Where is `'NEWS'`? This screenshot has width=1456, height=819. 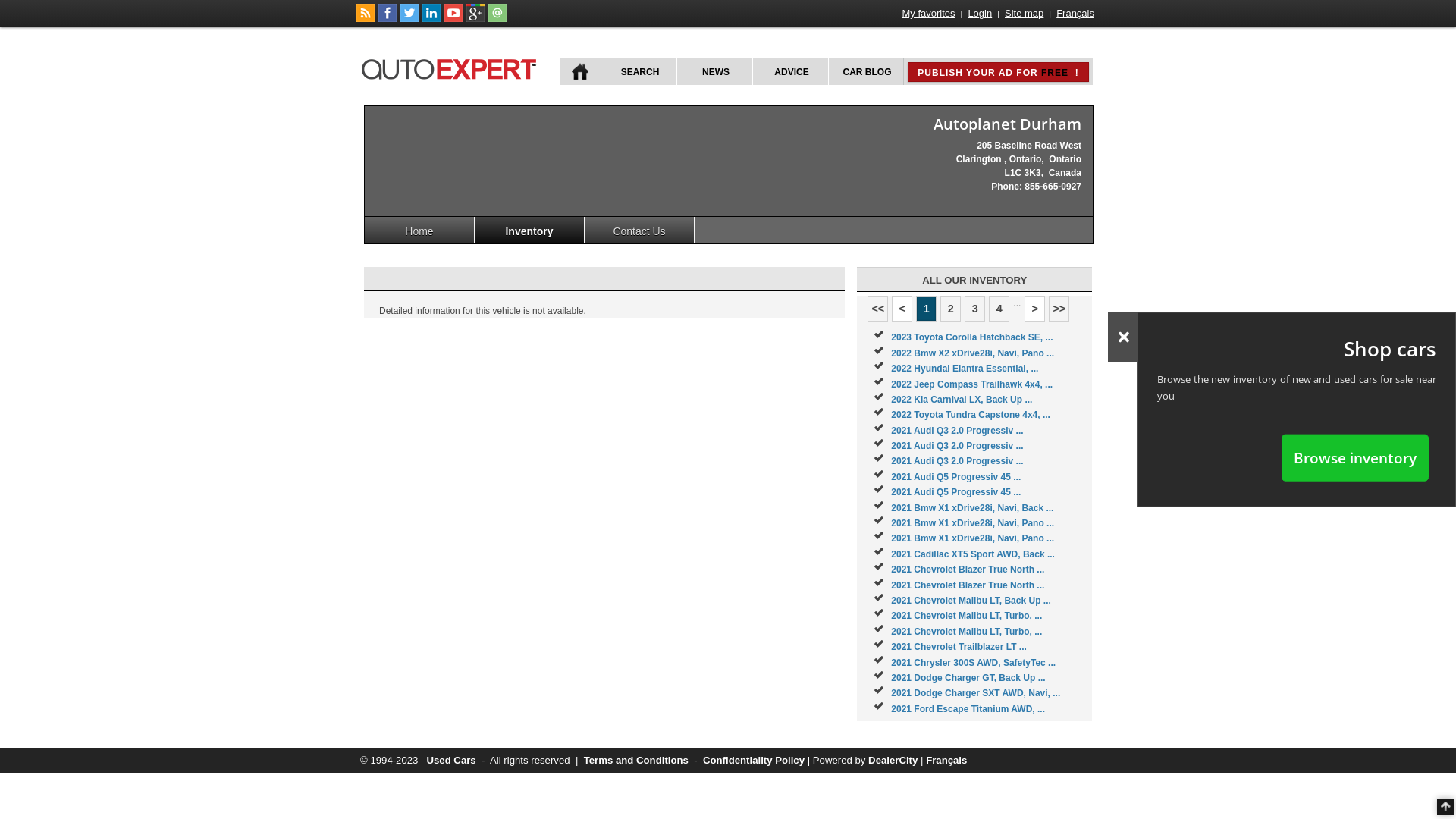
'NEWS' is located at coordinates (713, 71).